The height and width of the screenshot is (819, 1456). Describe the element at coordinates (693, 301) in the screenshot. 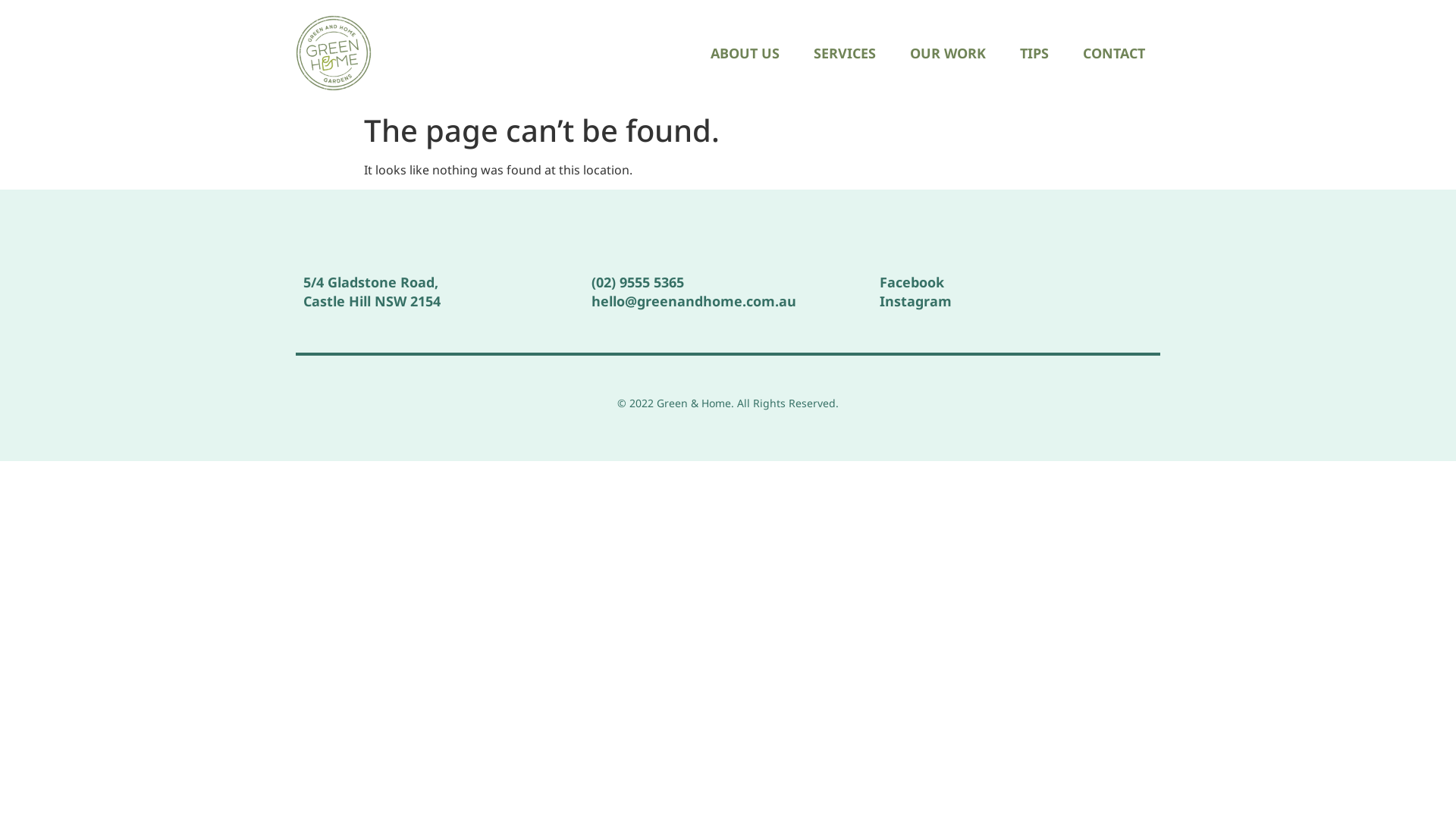

I see `'hello@greenandhome.com.au'` at that location.